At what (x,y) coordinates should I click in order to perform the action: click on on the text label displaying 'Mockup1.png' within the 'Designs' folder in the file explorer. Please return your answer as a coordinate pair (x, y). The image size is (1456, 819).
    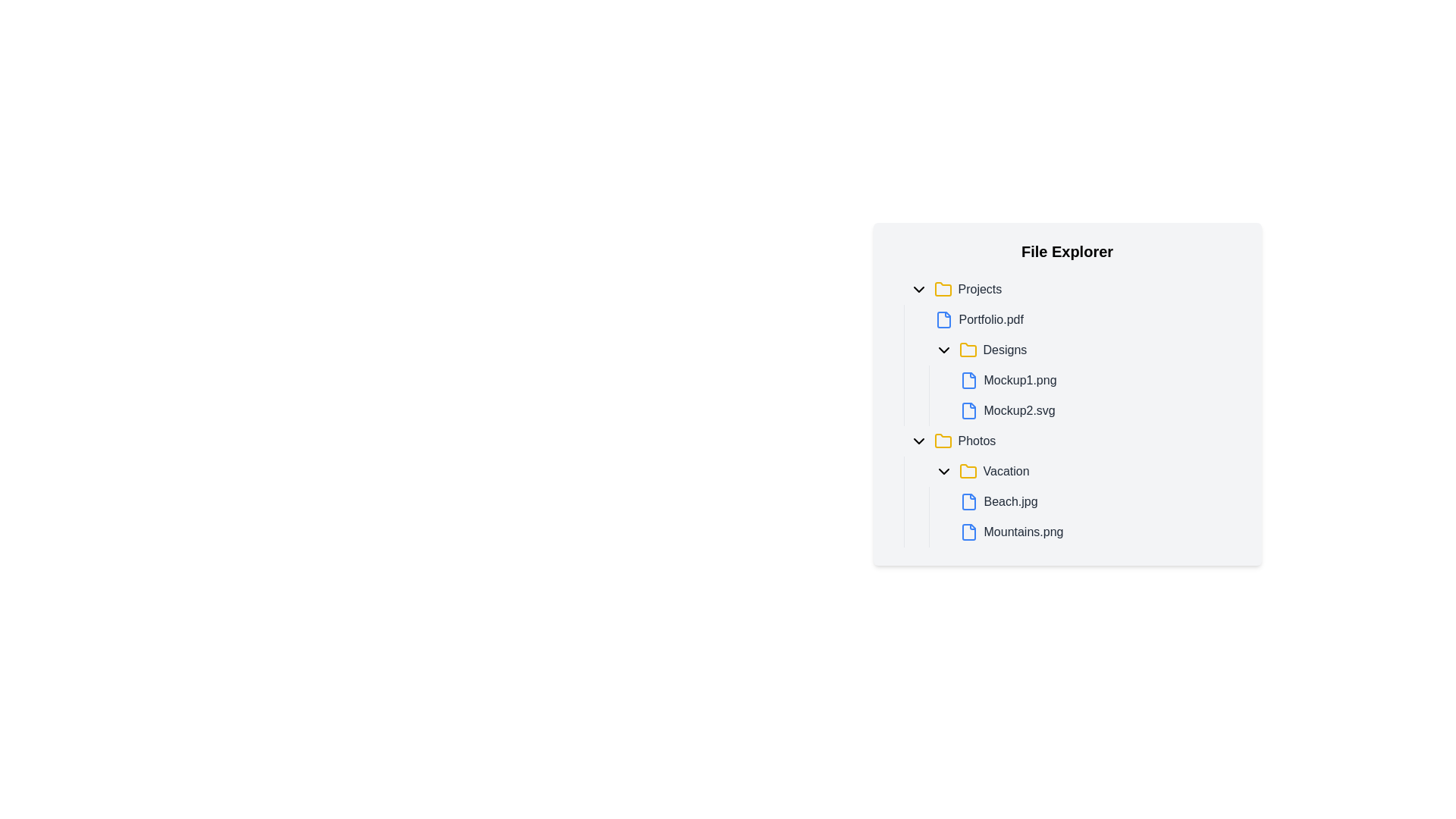
    Looking at the image, I should click on (1020, 379).